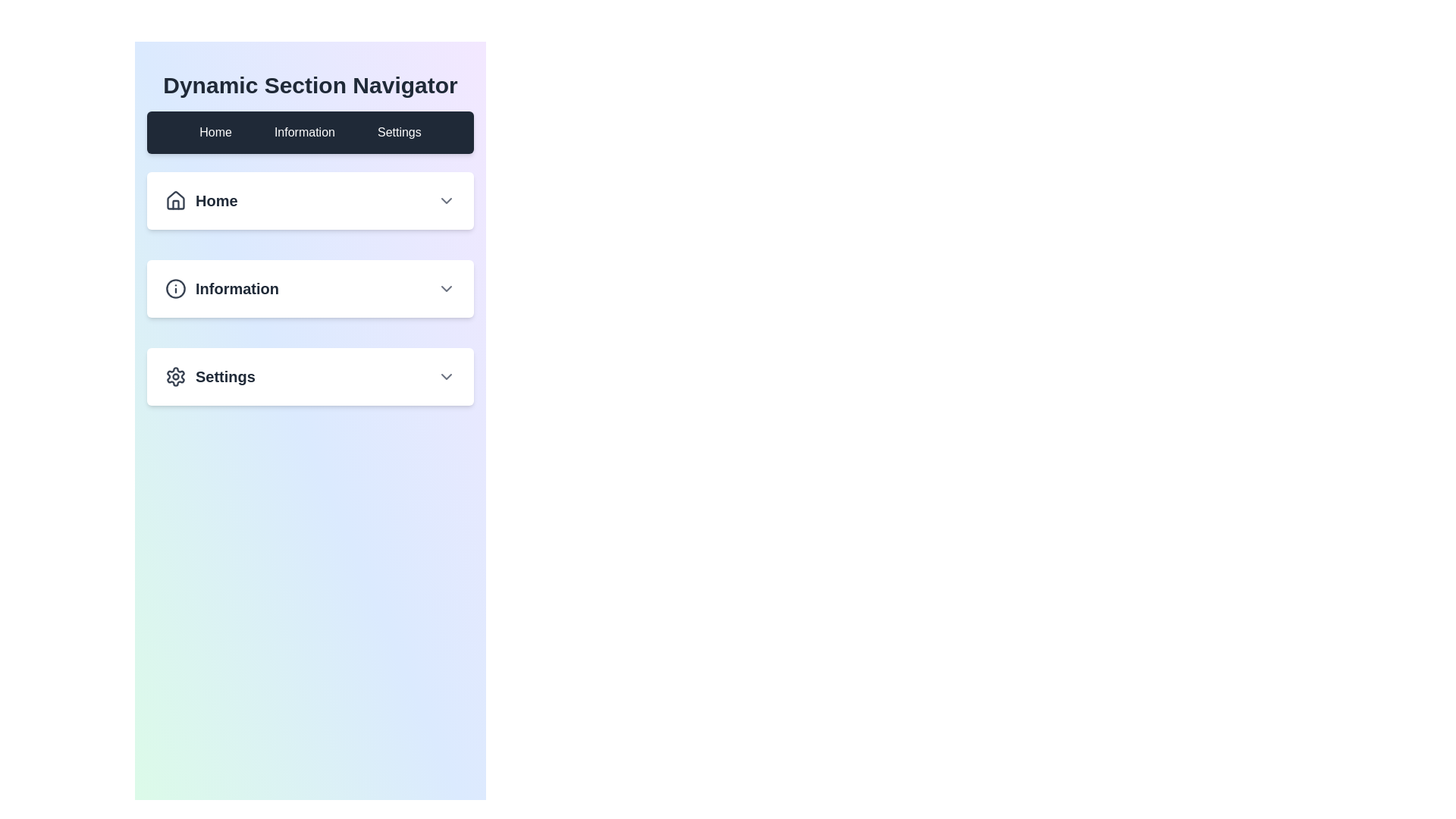  Describe the element at coordinates (446, 289) in the screenshot. I see `the downward-pointing chevron icon located on the right side of the 'Information' section header` at that location.